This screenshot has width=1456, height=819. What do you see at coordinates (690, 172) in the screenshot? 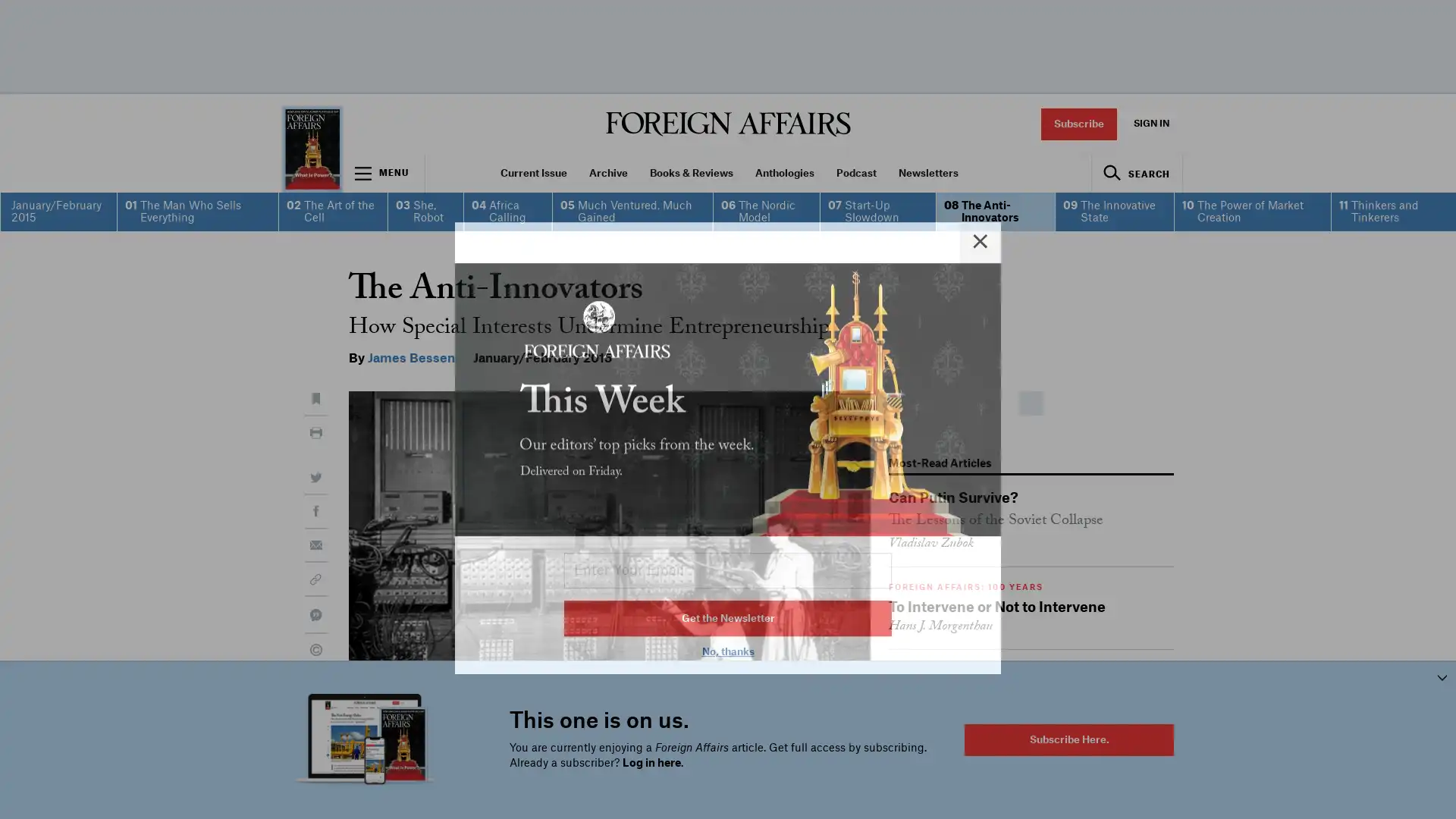
I see `Books & Reviews` at bounding box center [690, 172].